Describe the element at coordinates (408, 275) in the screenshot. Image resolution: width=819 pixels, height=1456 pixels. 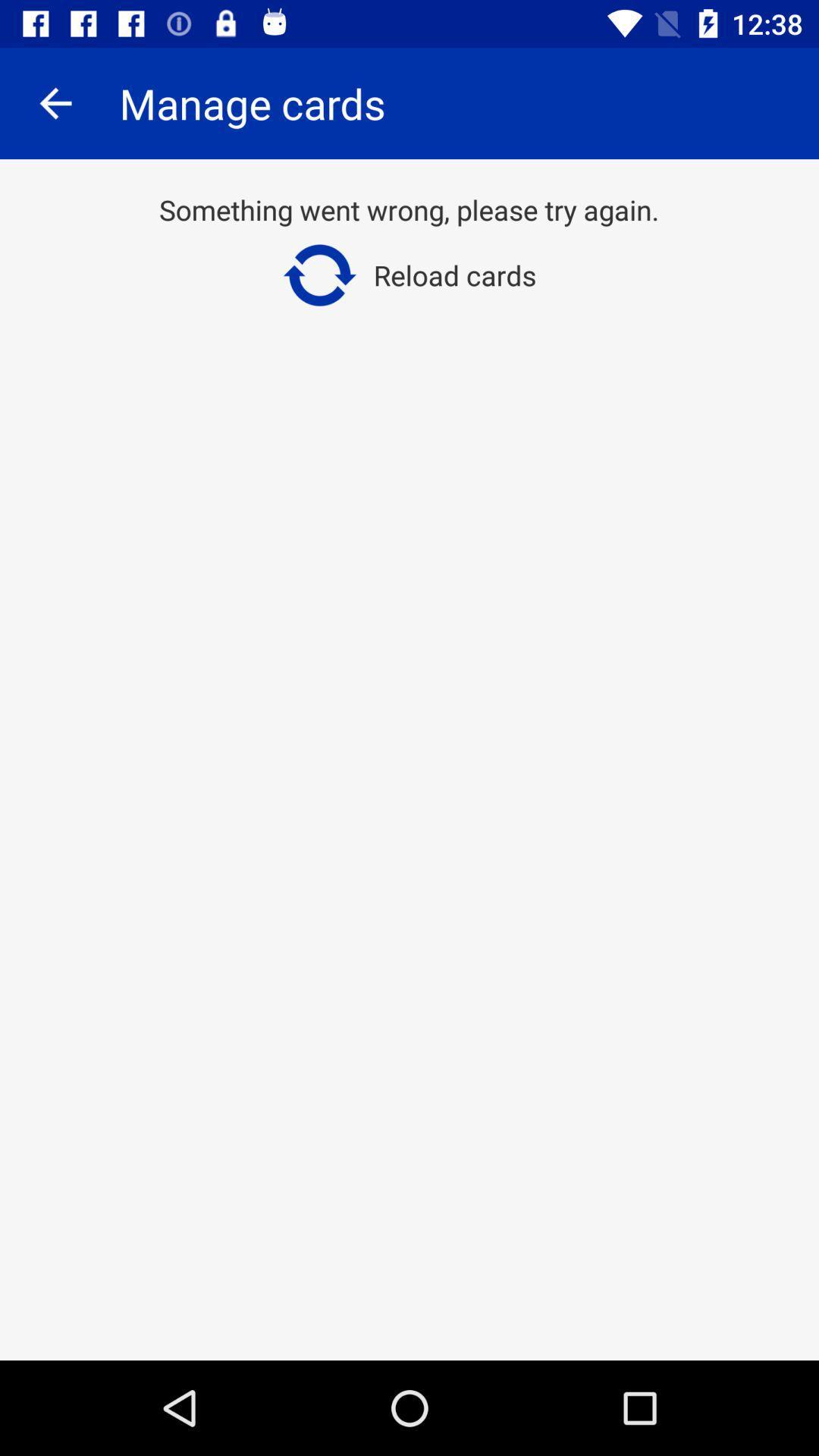
I see `the reload cards` at that location.